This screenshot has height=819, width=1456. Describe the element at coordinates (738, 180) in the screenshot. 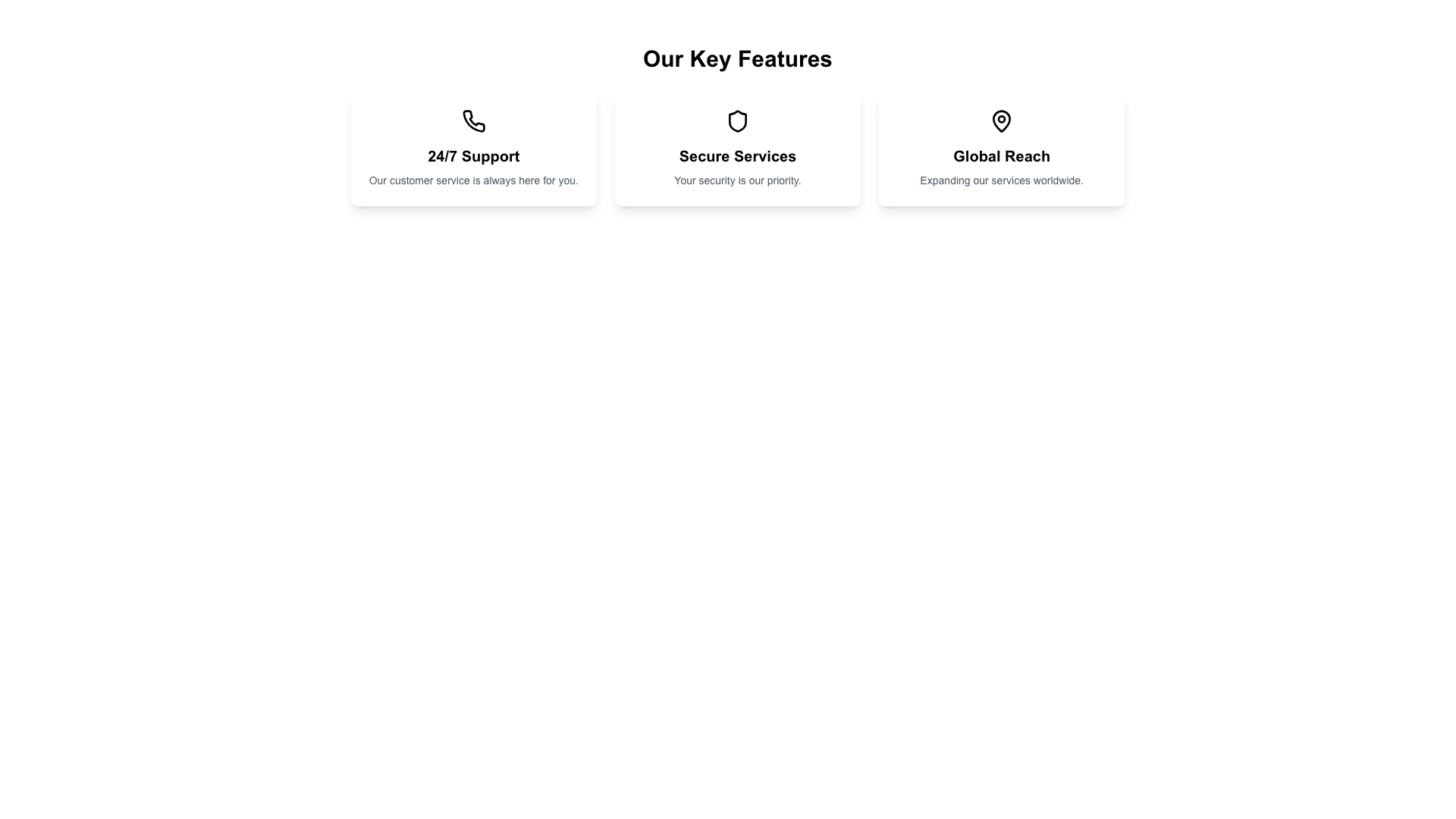

I see `the Text Label element that contains the phrase 'Your security is our priority.' which is located below the 'Secure Services' title text and shield icon in the center card of the interface` at that location.